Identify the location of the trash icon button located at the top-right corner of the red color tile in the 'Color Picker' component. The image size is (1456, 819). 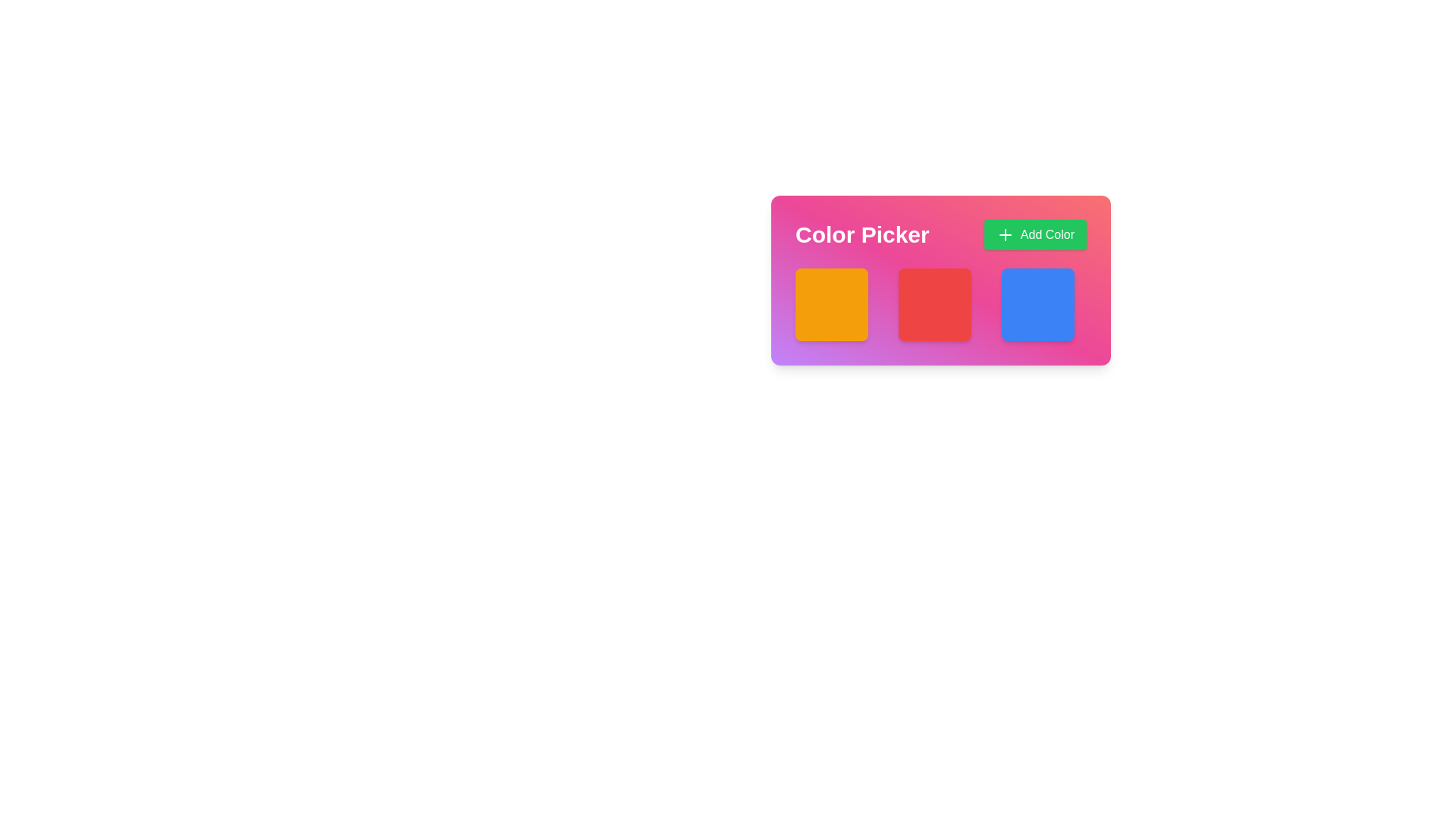
(968, 281).